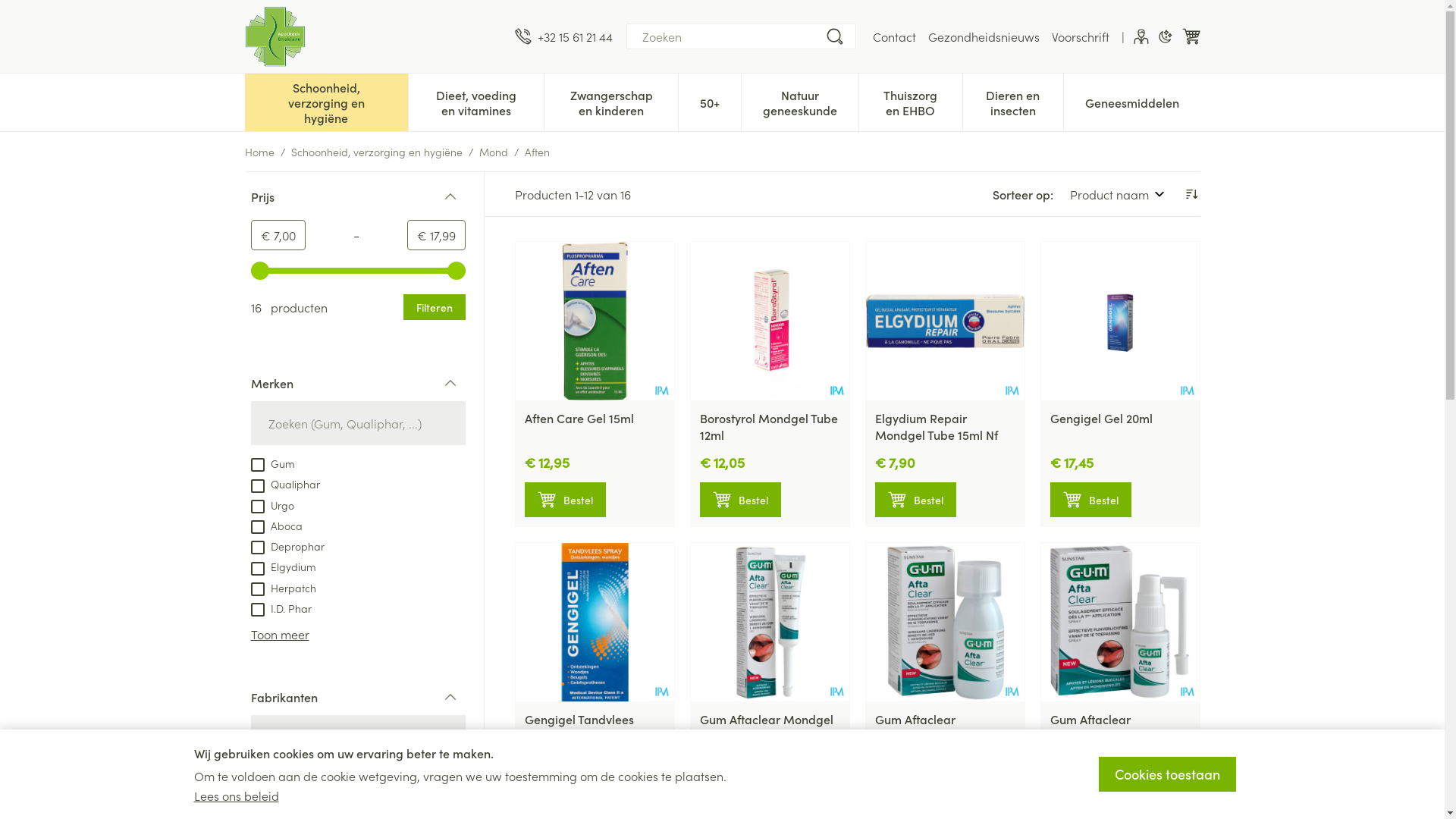 The height and width of the screenshot is (819, 1456). What do you see at coordinates (1140, 35) in the screenshot?
I see `'Klant menu'` at bounding box center [1140, 35].